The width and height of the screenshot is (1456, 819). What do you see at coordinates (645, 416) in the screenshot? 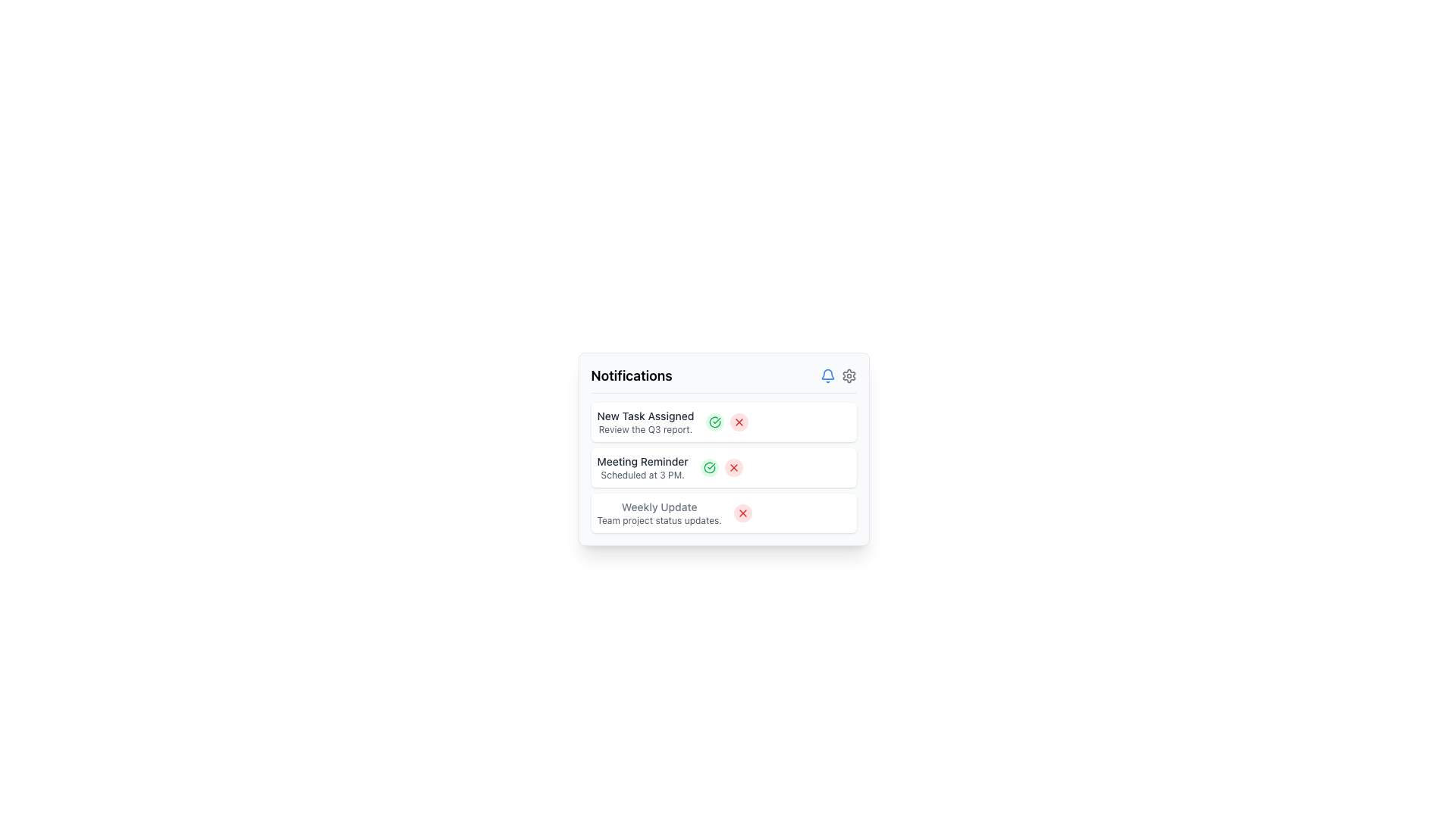
I see `the title Text Label that serves as a headline for the notification content, positioned above the smaller text label within the notification card` at bounding box center [645, 416].